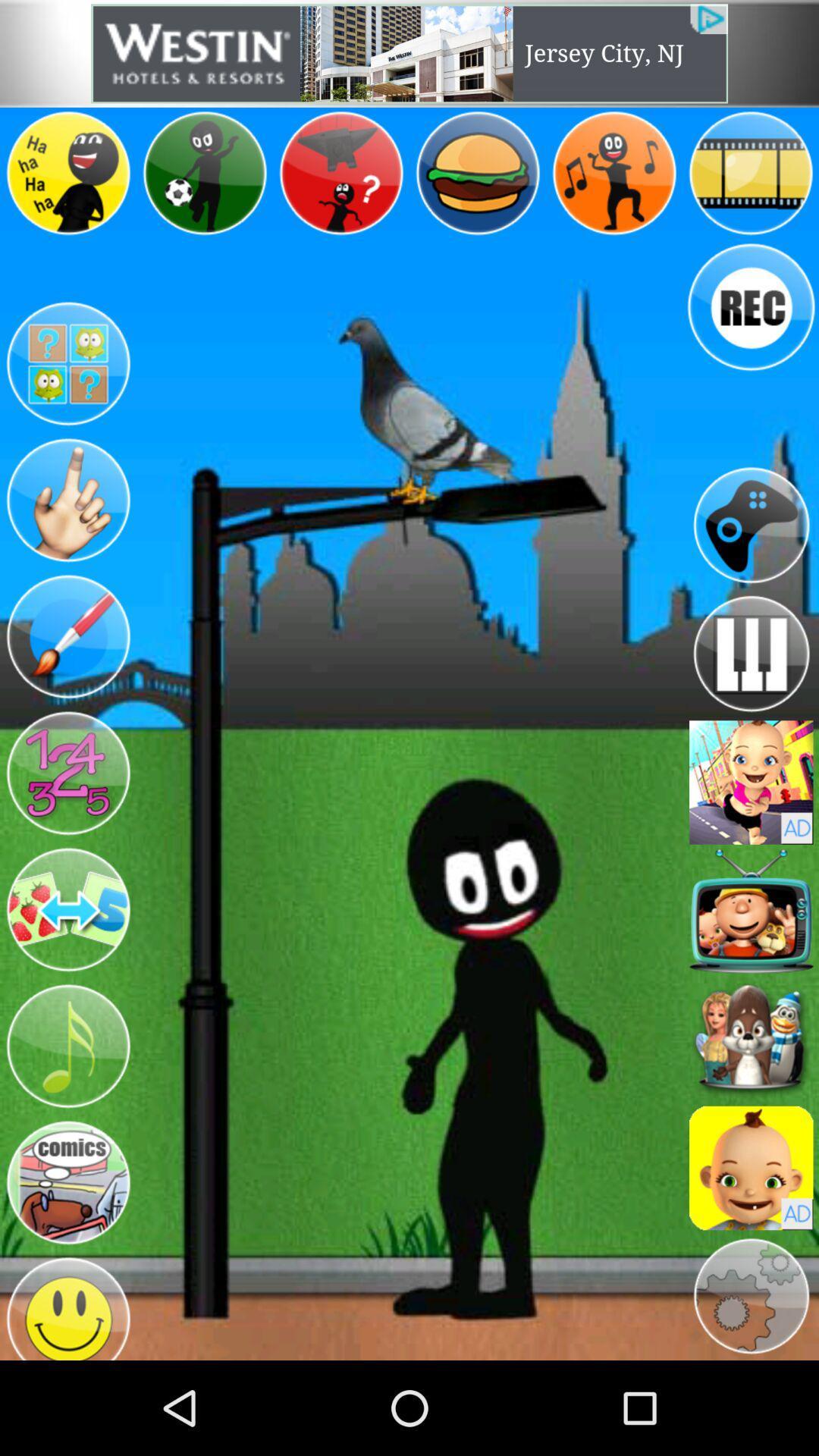 The width and height of the screenshot is (819, 1456). Describe the element at coordinates (67, 637) in the screenshot. I see `brush paint option` at that location.